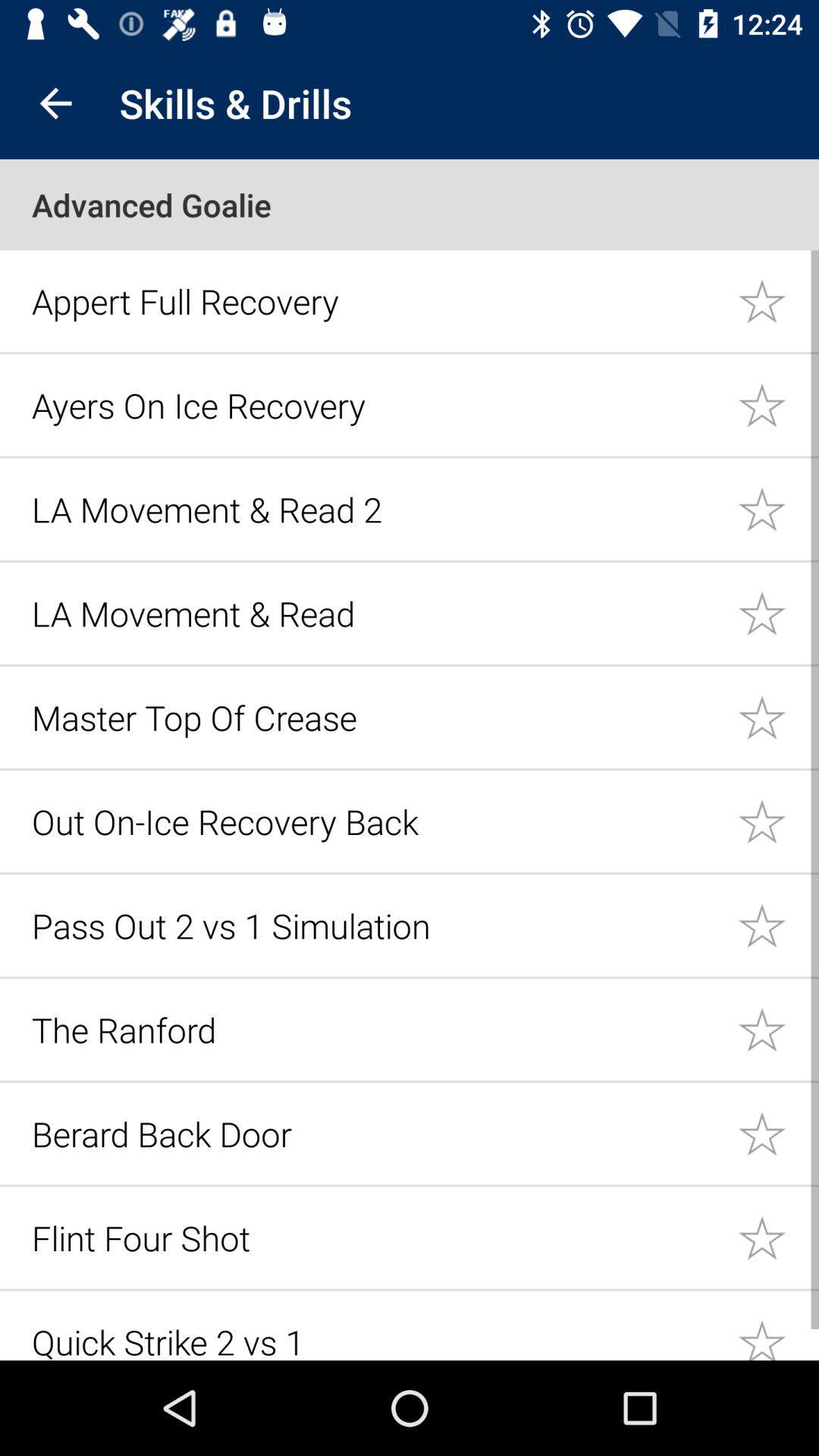  Describe the element at coordinates (778, 1133) in the screenshot. I see `favorite` at that location.